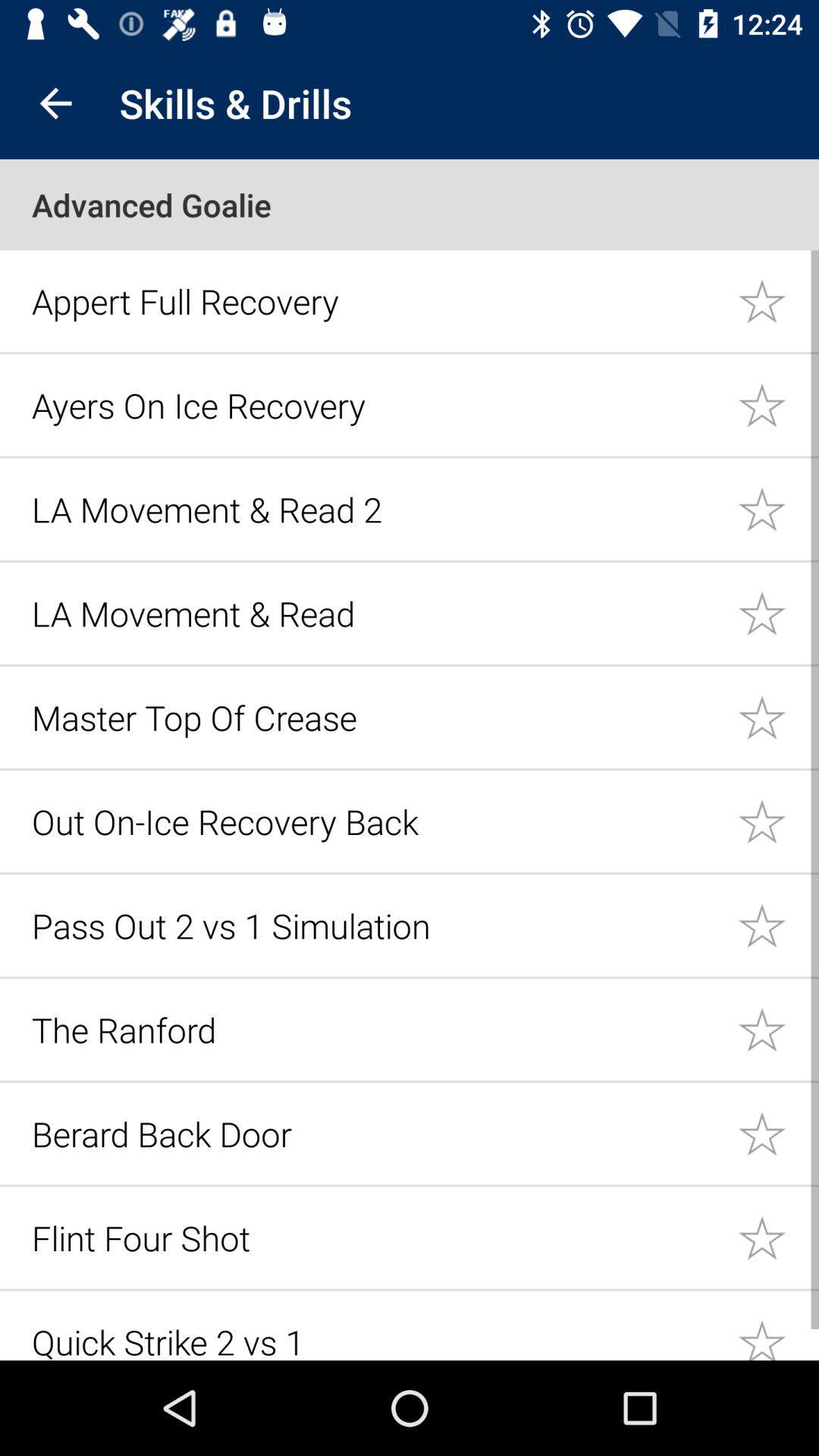  Describe the element at coordinates (778, 1133) in the screenshot. I see `favorite` at that location.